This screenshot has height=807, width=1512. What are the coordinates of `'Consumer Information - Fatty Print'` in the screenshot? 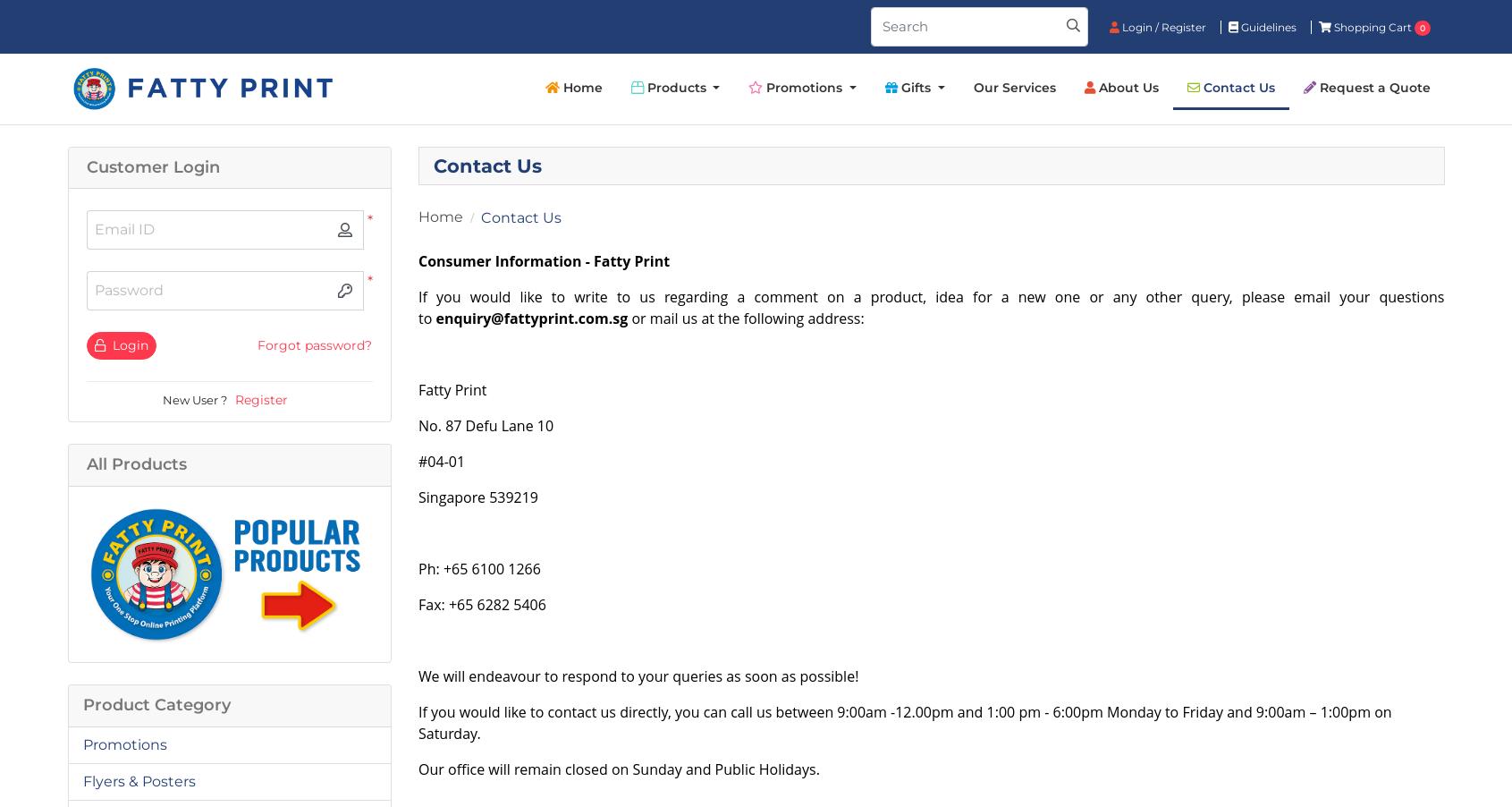 It's located at (544, 260).